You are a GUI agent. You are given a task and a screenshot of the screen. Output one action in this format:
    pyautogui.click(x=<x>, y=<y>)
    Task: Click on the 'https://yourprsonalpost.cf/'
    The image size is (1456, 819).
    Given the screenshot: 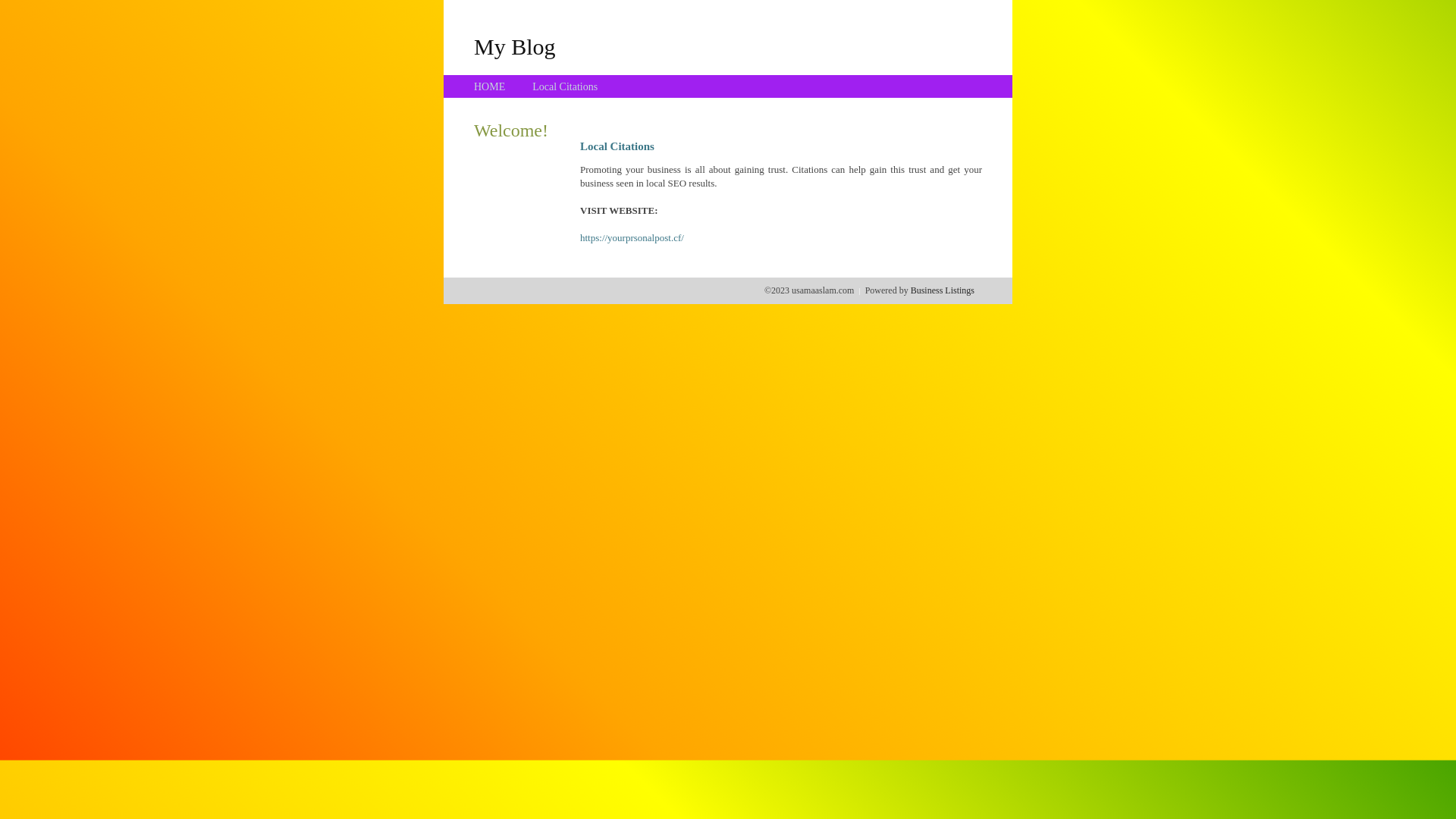 What is the action you would take?
    pyautogui.click(x=632, y=237)
    